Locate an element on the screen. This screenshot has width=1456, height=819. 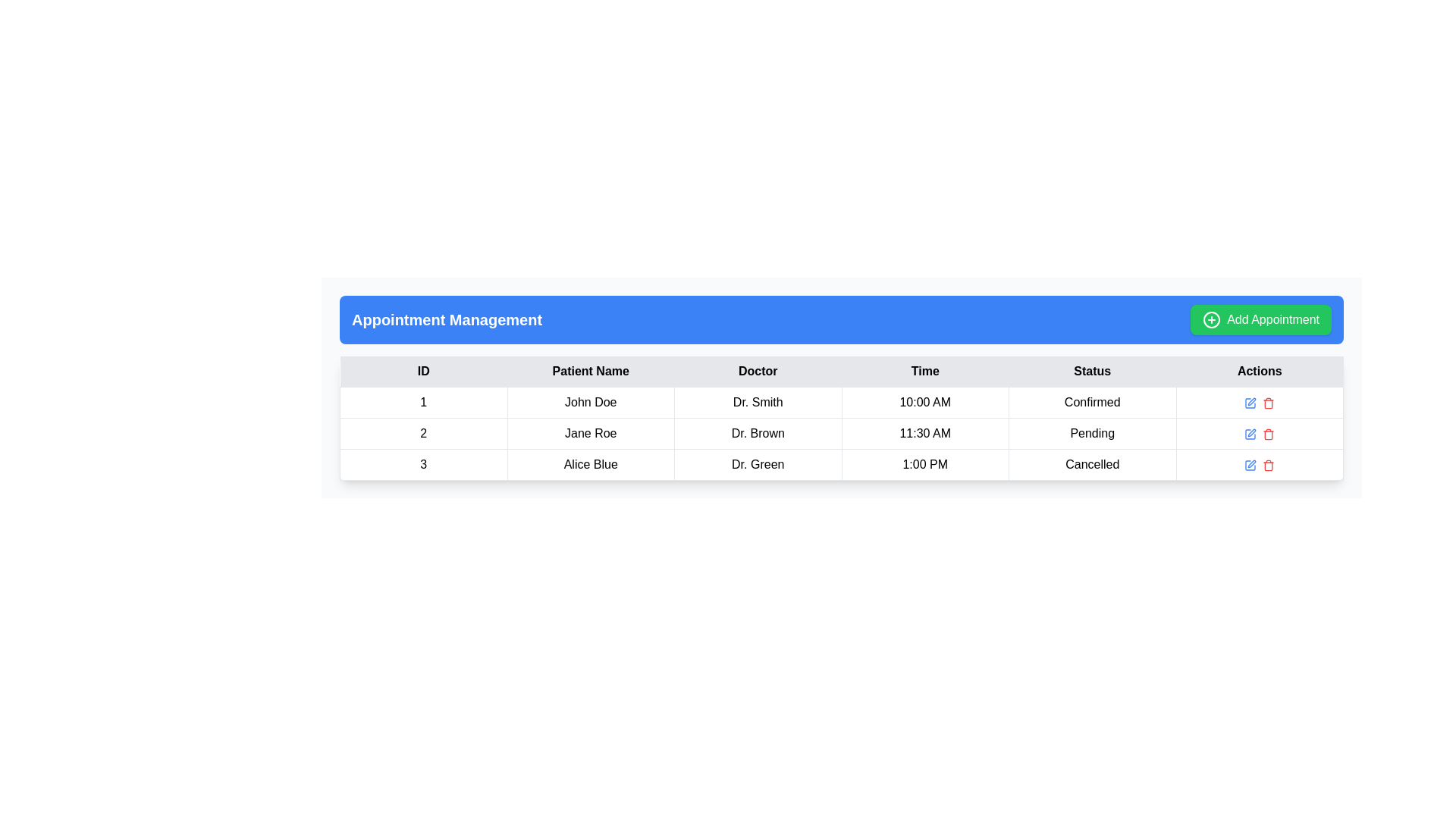
the table cell displaying the text '2' in black, located in the second row under the 'ID' column, which is the leftmost cell adjacent to the cell containing 'Jane Roe' is located at coordinates (423, 433).